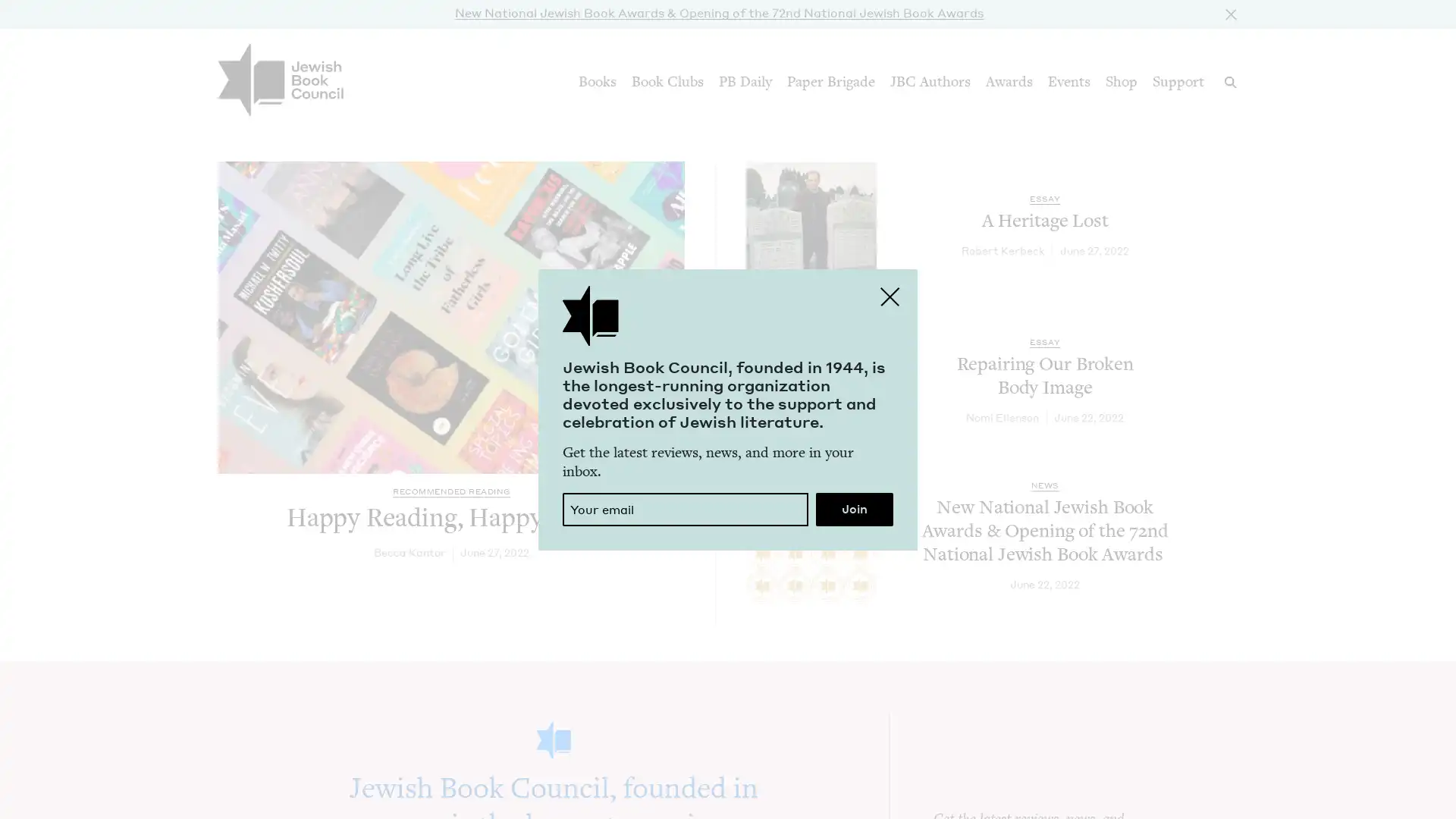 The image size is (1456, 819). What do you see at coordinates (1228, 12) in the screenshot?
I see `Close` at bounding box center [1228, 12].